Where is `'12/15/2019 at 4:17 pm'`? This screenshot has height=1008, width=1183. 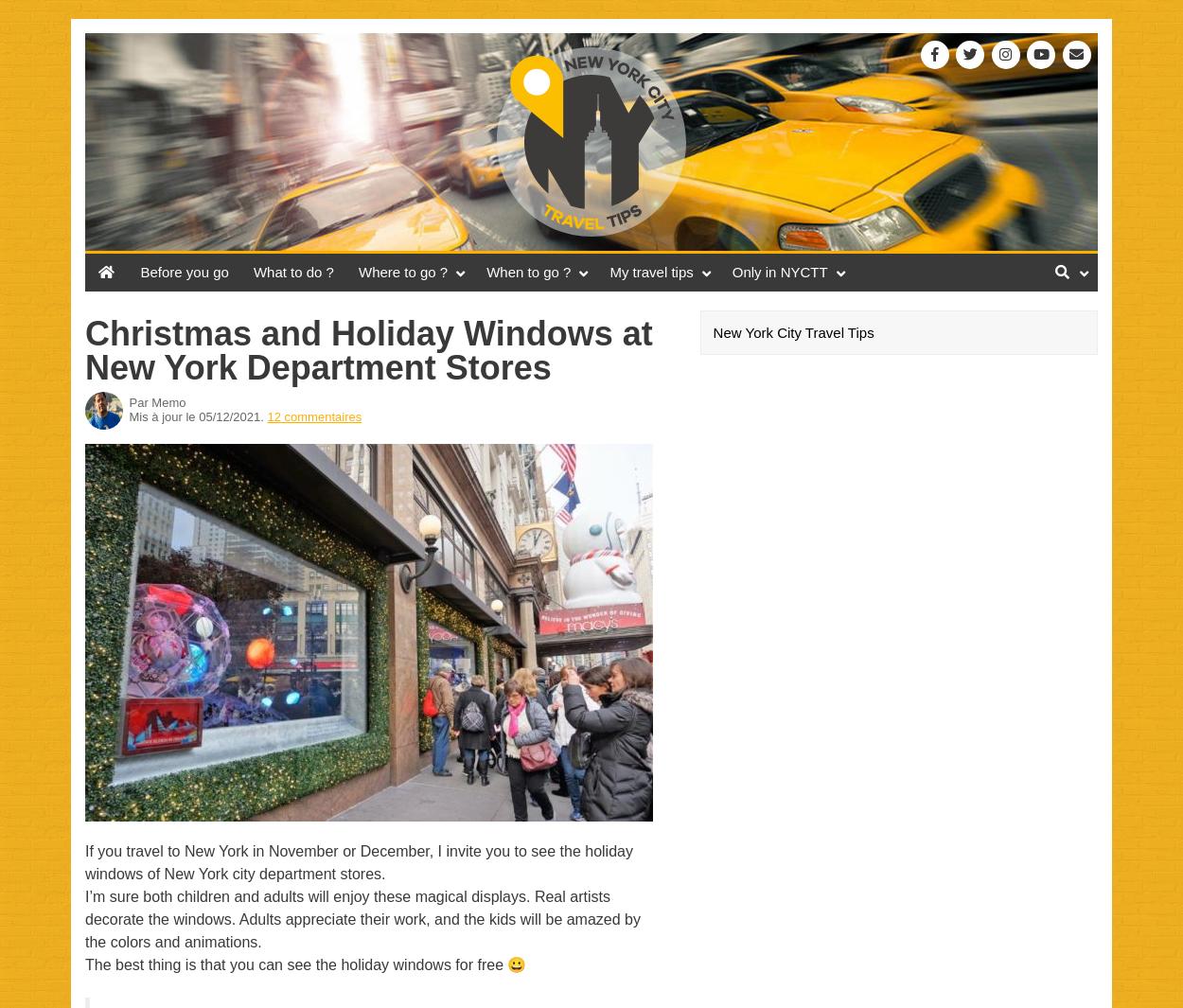
'12/15/2019 at 4:17 pm' is located at coordinates (225, 469).